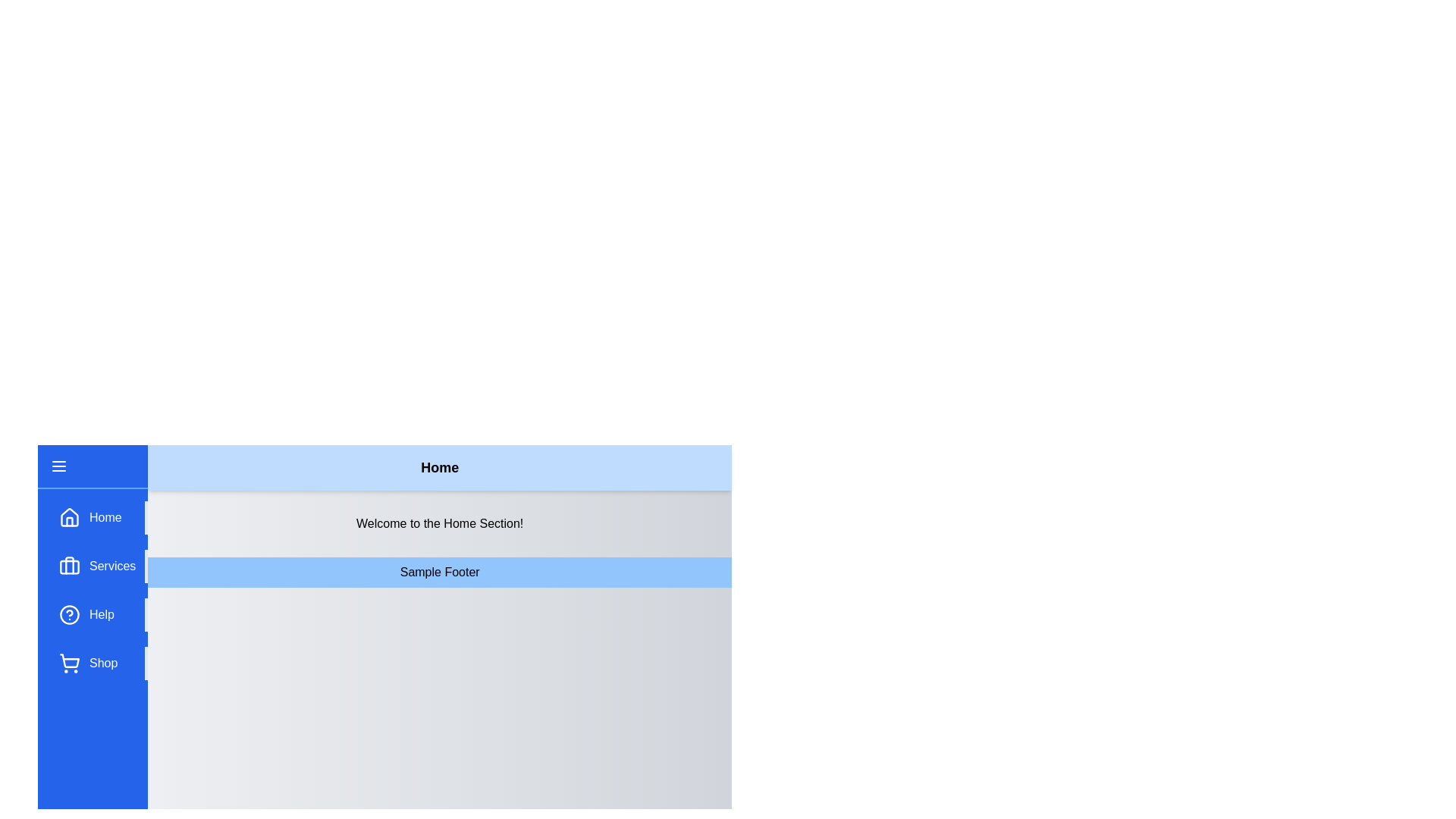  What do you see at coordinates (98, 614) in the screenshot?
I see `the blue sidebar button labeled 'Help', which is the third button in the vertical list of navigational options` at bounding box center [98, 614].